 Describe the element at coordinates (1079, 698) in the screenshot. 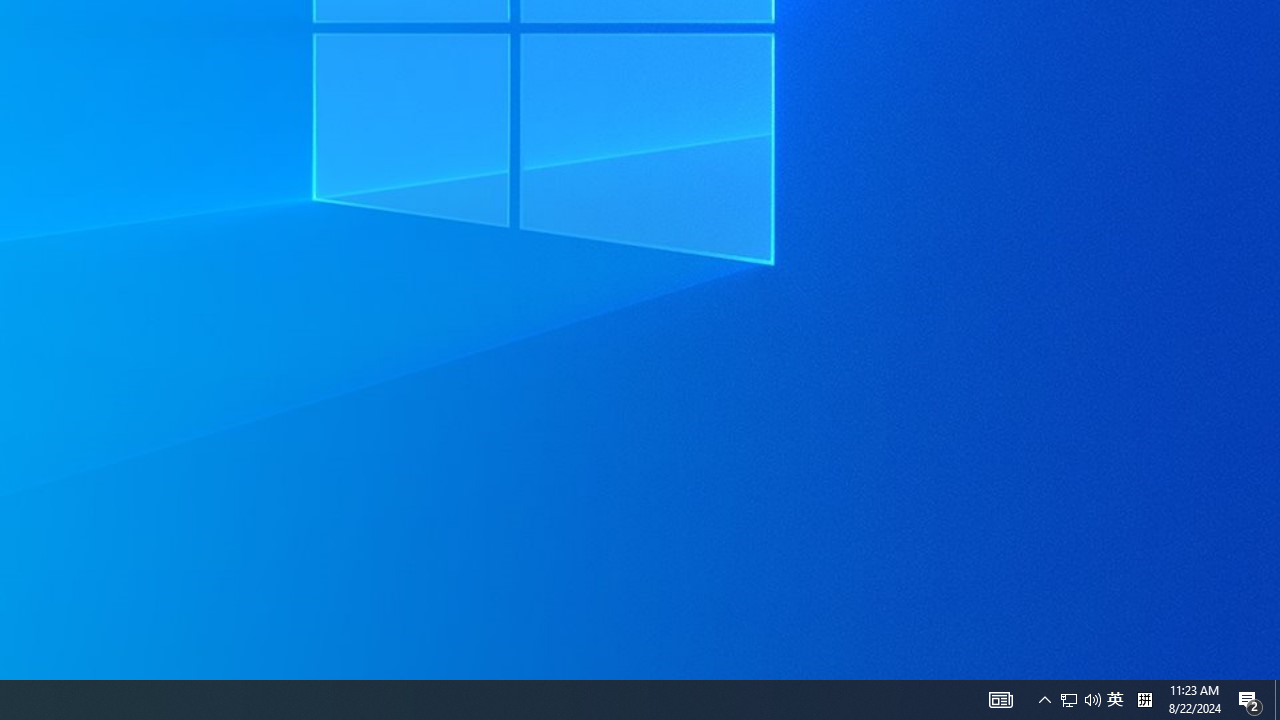

I see `'Q2790: 100%'` at that location.